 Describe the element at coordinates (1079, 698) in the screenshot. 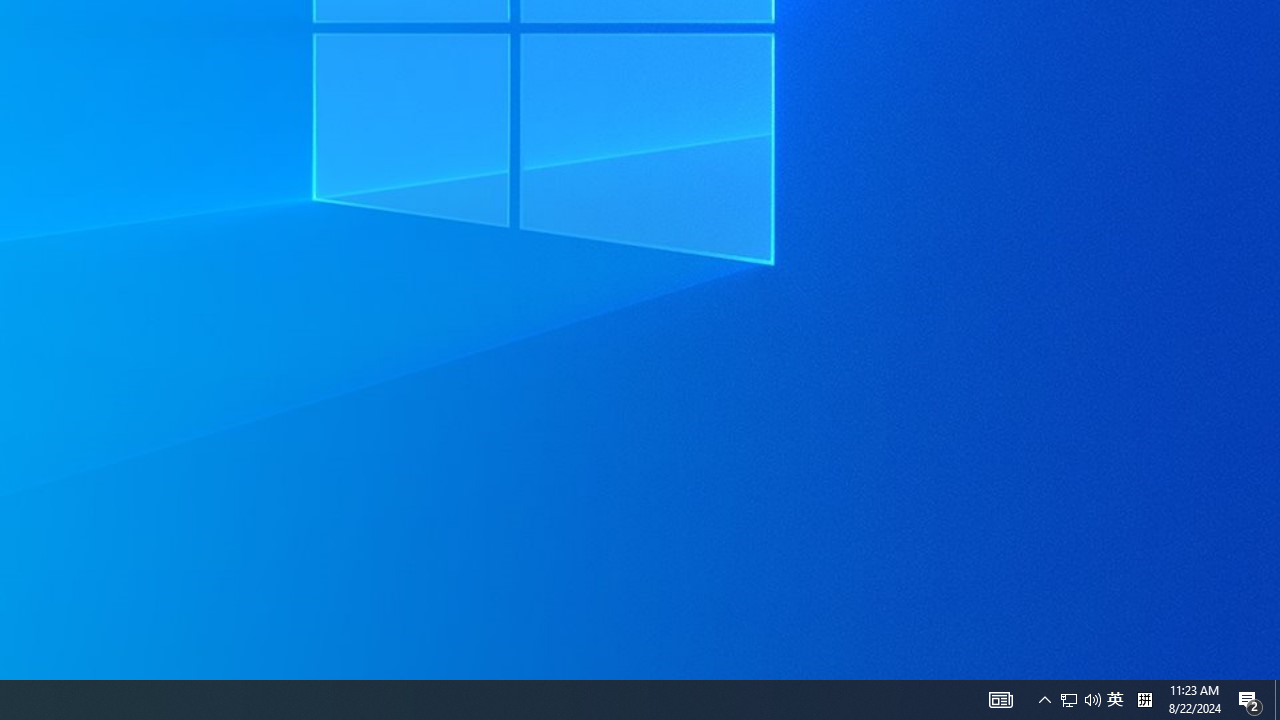

I see `'Q2790: 100%'` at that location.